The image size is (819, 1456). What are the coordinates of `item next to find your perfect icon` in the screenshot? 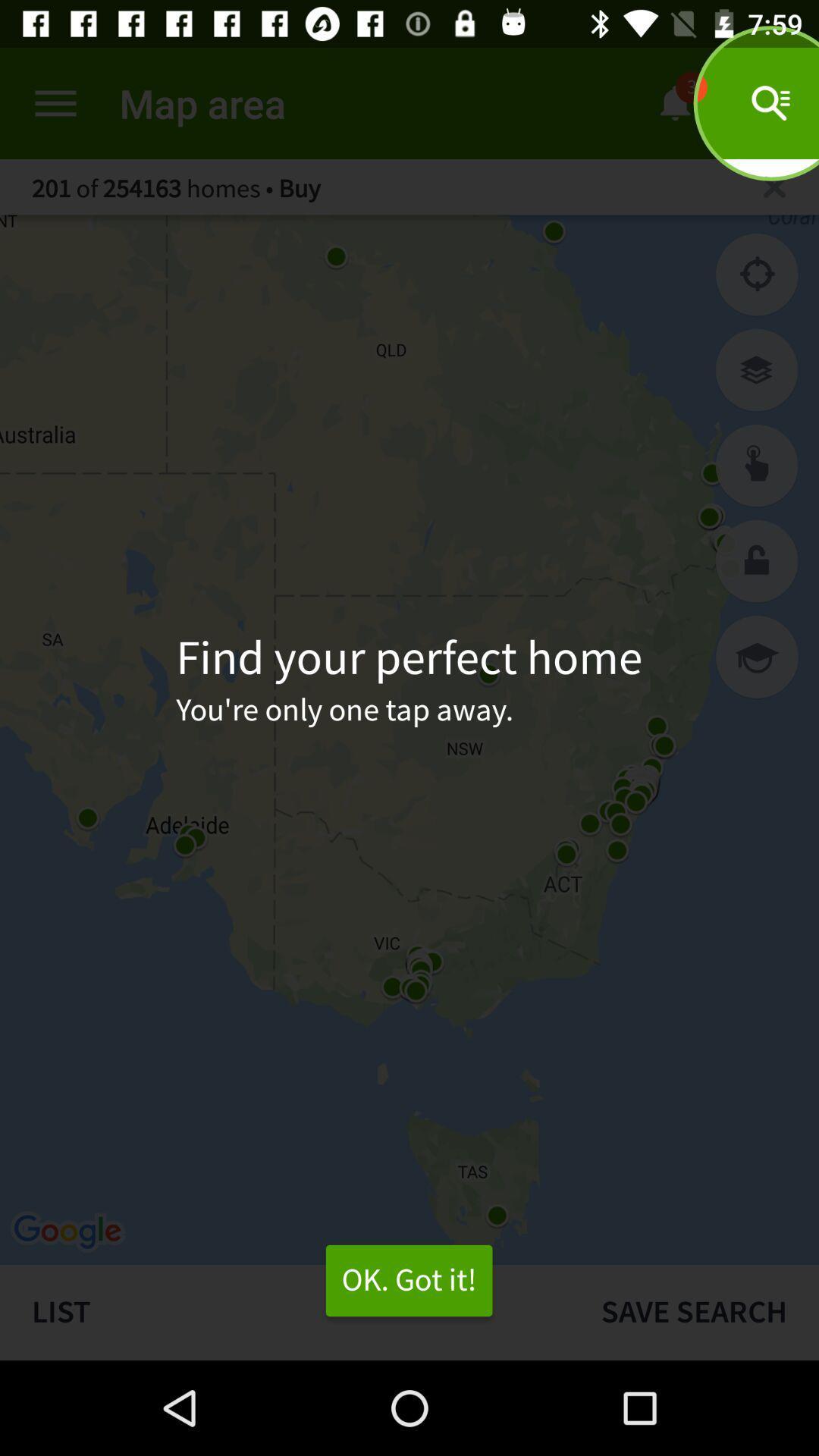 It's located at (757, 657).